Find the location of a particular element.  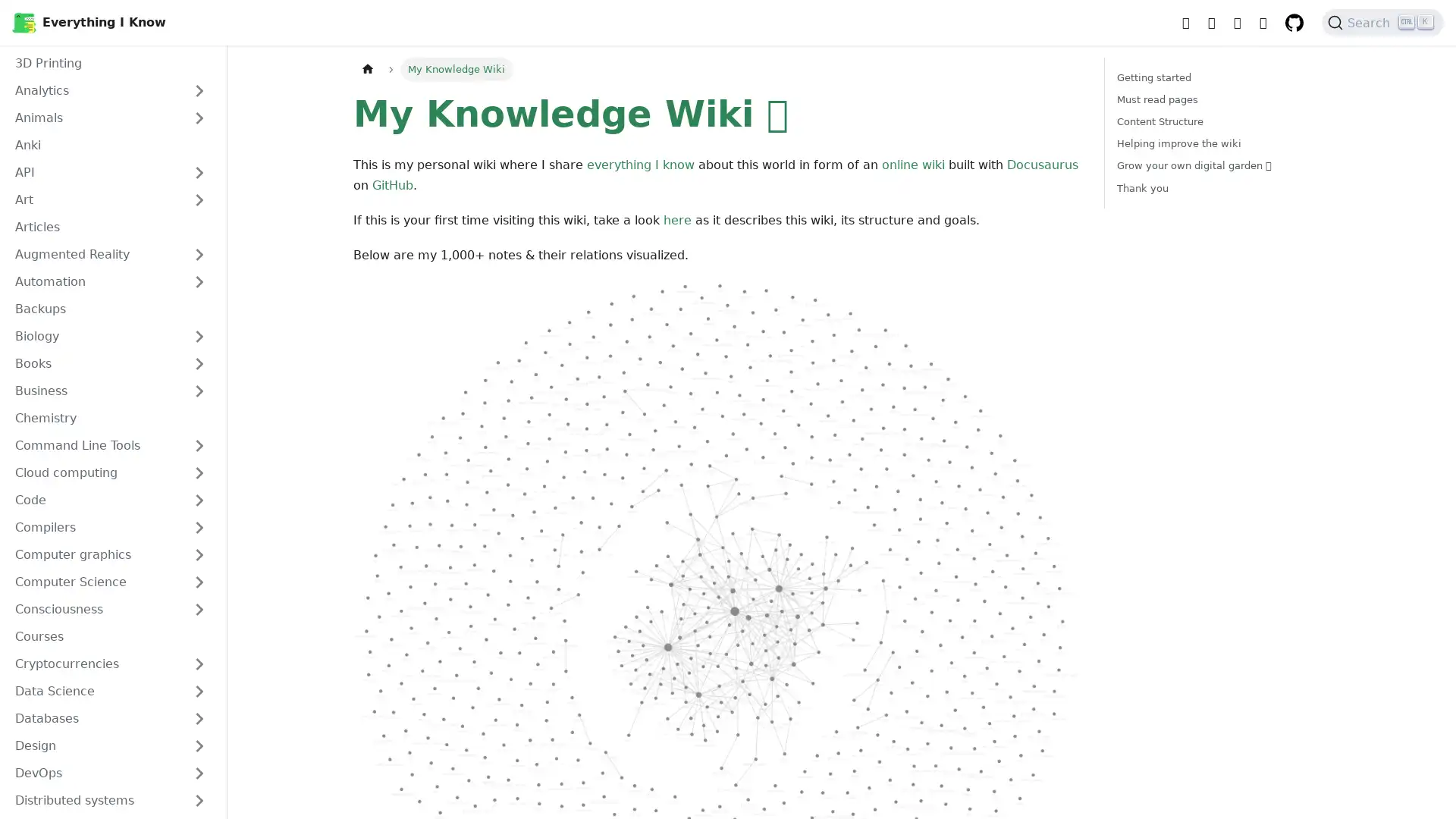

Toggle the collapsible sidebar category 'Databases' is located at coordinates (199, 718).